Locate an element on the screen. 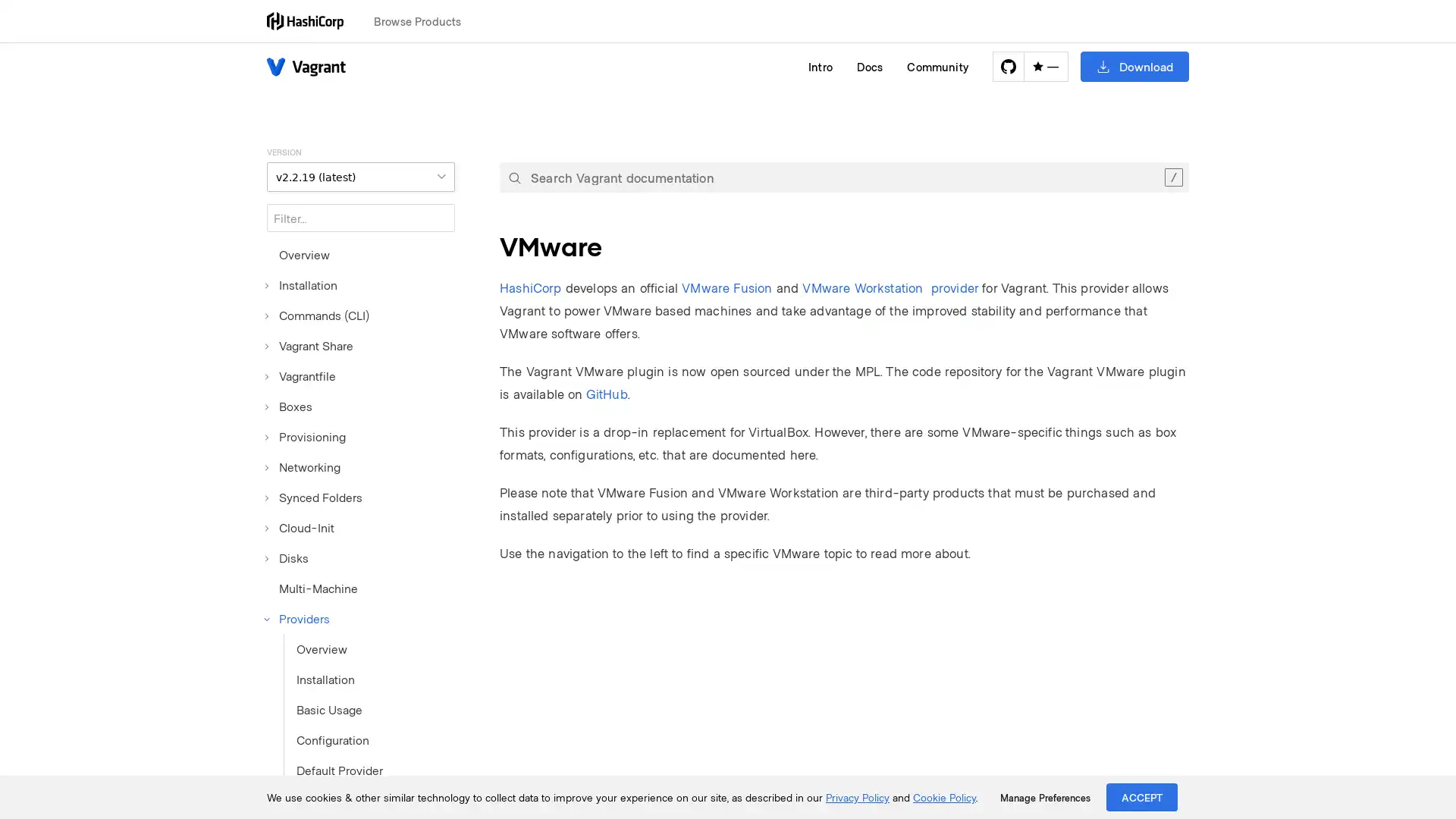 The image size is (1456, 819). VERSION is located at coordinates (359, 176).